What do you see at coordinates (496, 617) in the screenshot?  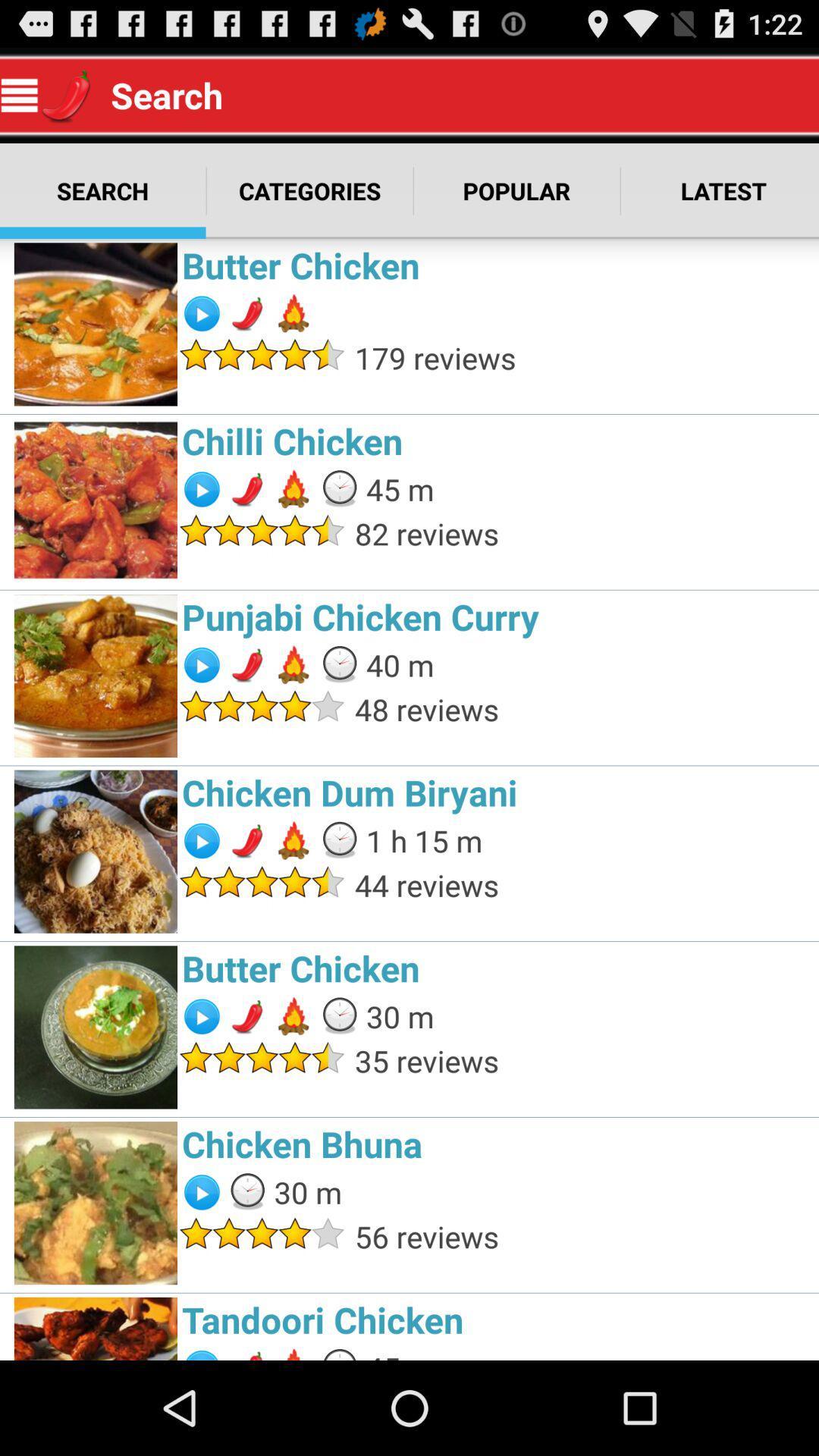 I see `punjabi chicken curry item` at bounding box center [496, 617].